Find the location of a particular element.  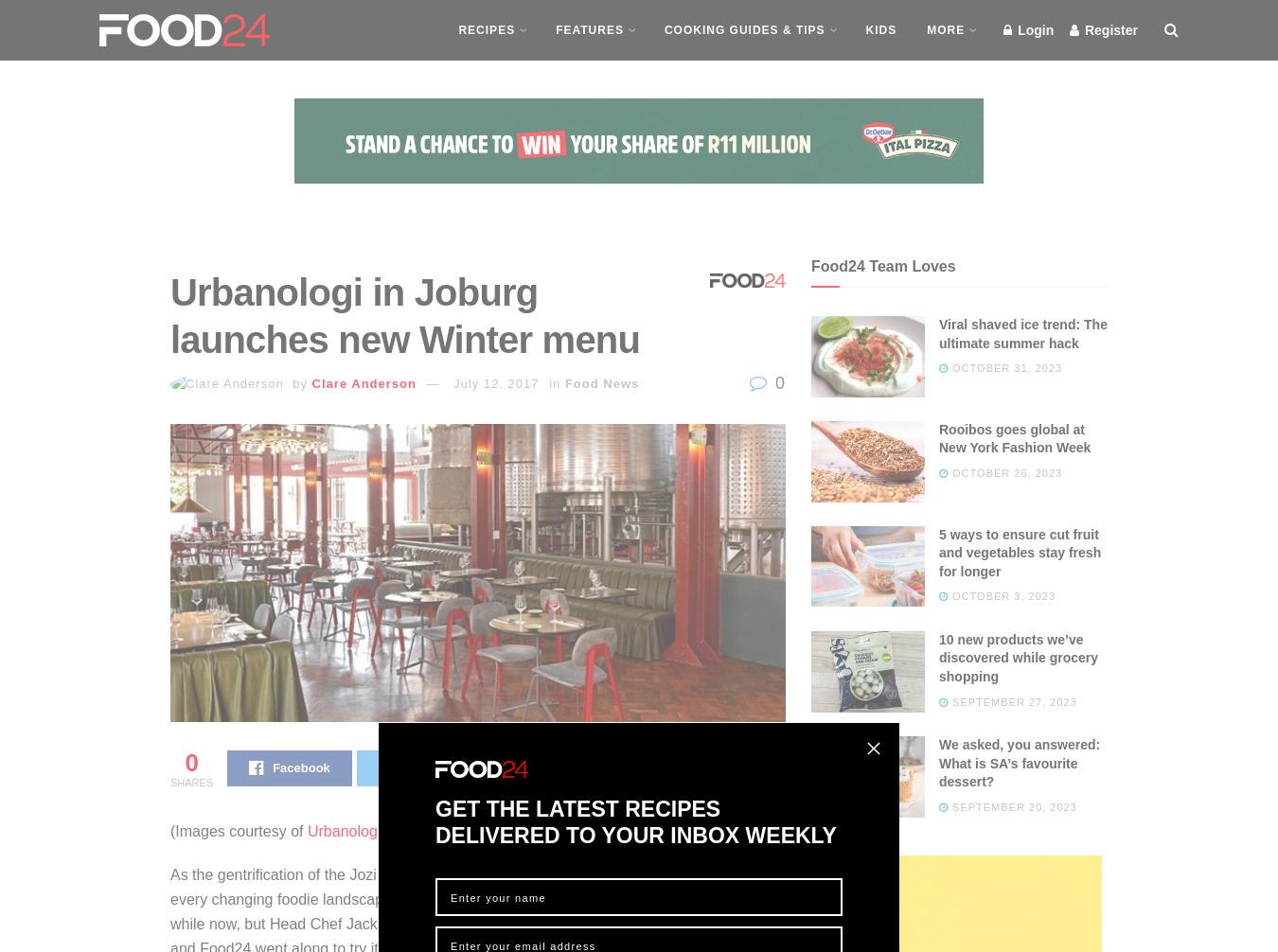

'in' is located at coordinates (555, 381).